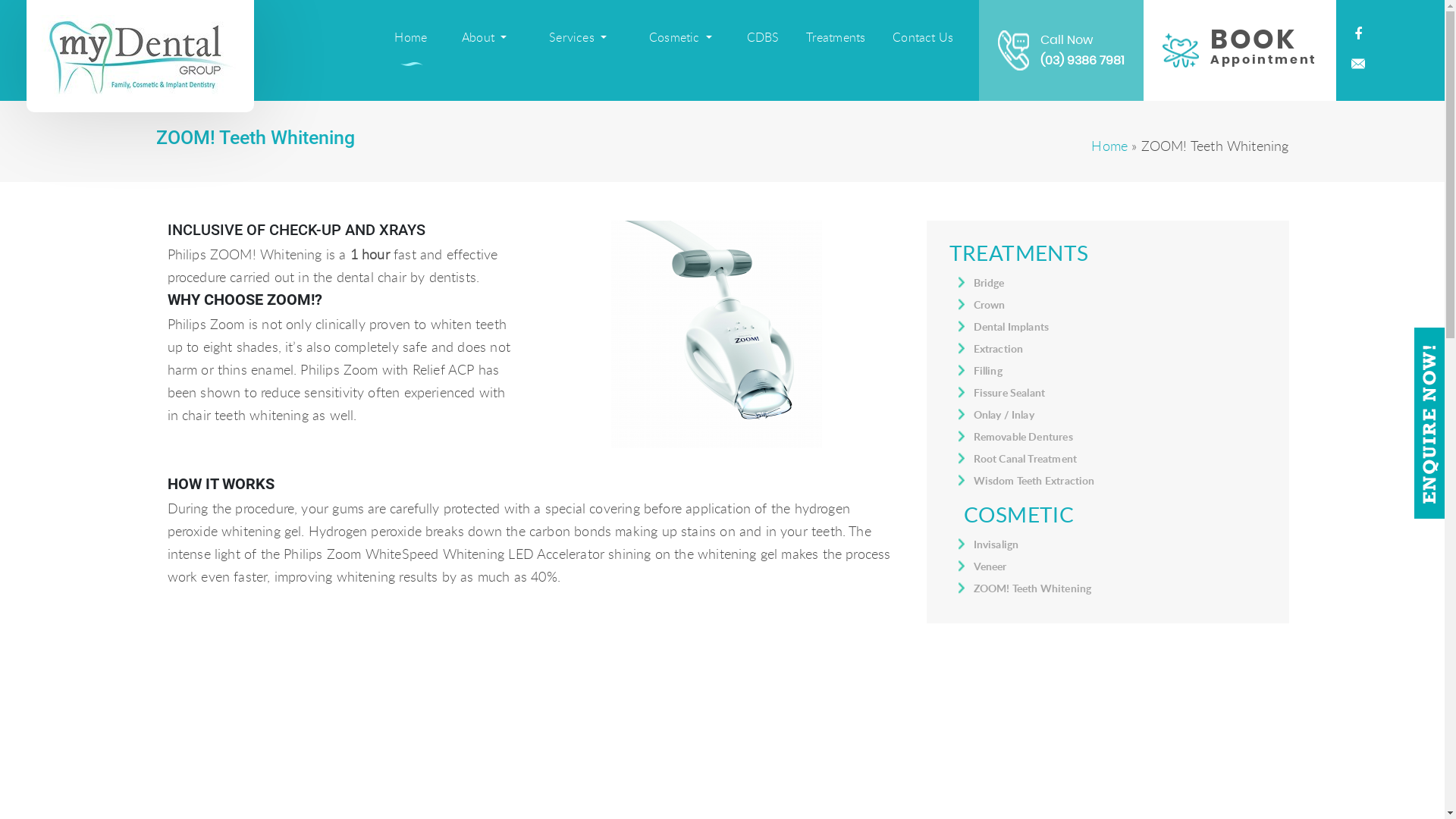 The image size is (1456, 819). What do you see at coordinates (140, 55) in the screenshot?
I see `'Brunswick Dentists - My Dental Group'` at bounding box center [140, 55].